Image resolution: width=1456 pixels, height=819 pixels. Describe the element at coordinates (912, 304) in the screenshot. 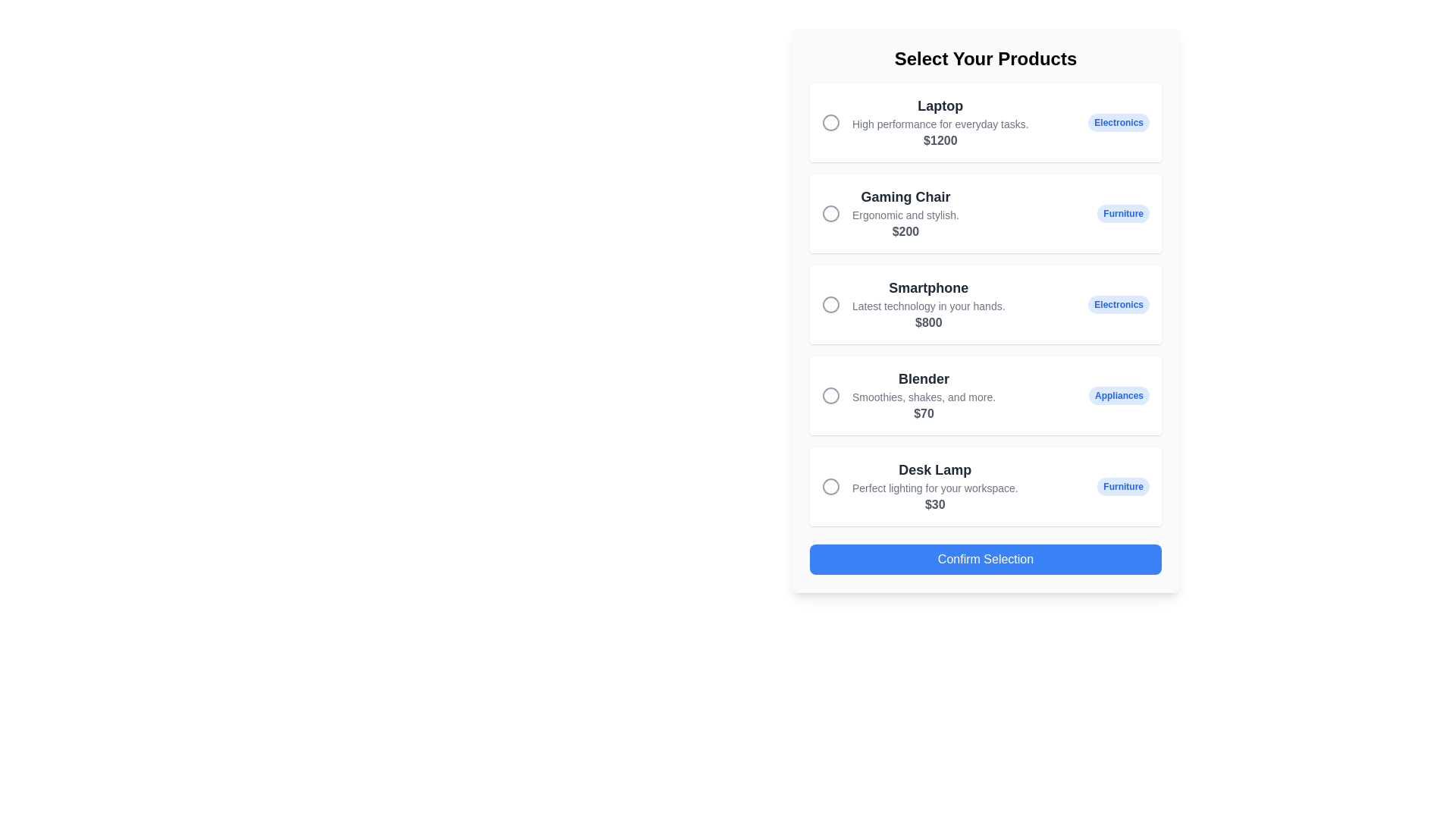

I see `the third data display row that shows detailed information about a product, located between 'Gaming Chair' and 'Blender'` at that location.